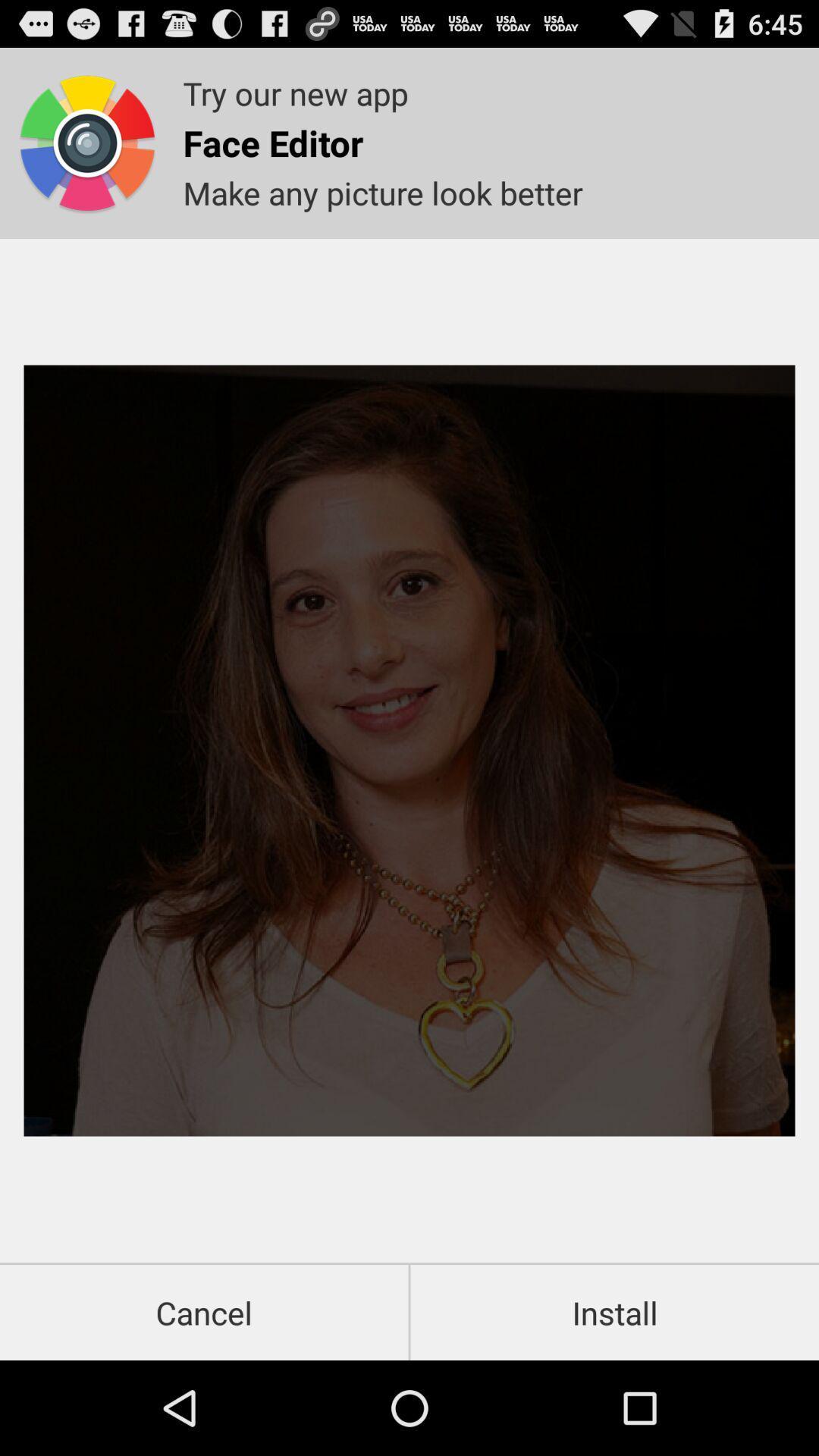  What do you see at coordinates (203, 1312) in the screenshot?
I see `cancel item` at bounding box center [203, 1312].